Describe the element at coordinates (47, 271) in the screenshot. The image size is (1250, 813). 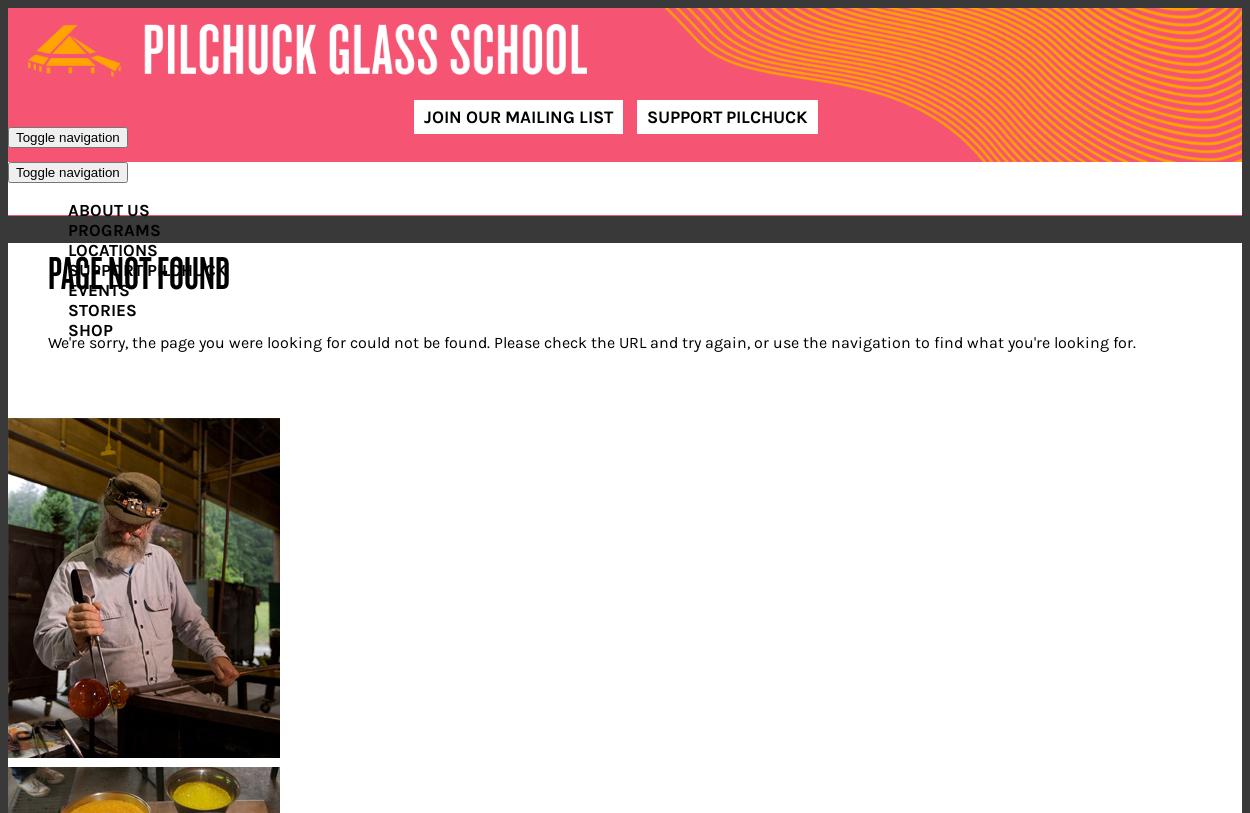
I see `'Page Not Found'` at that location.